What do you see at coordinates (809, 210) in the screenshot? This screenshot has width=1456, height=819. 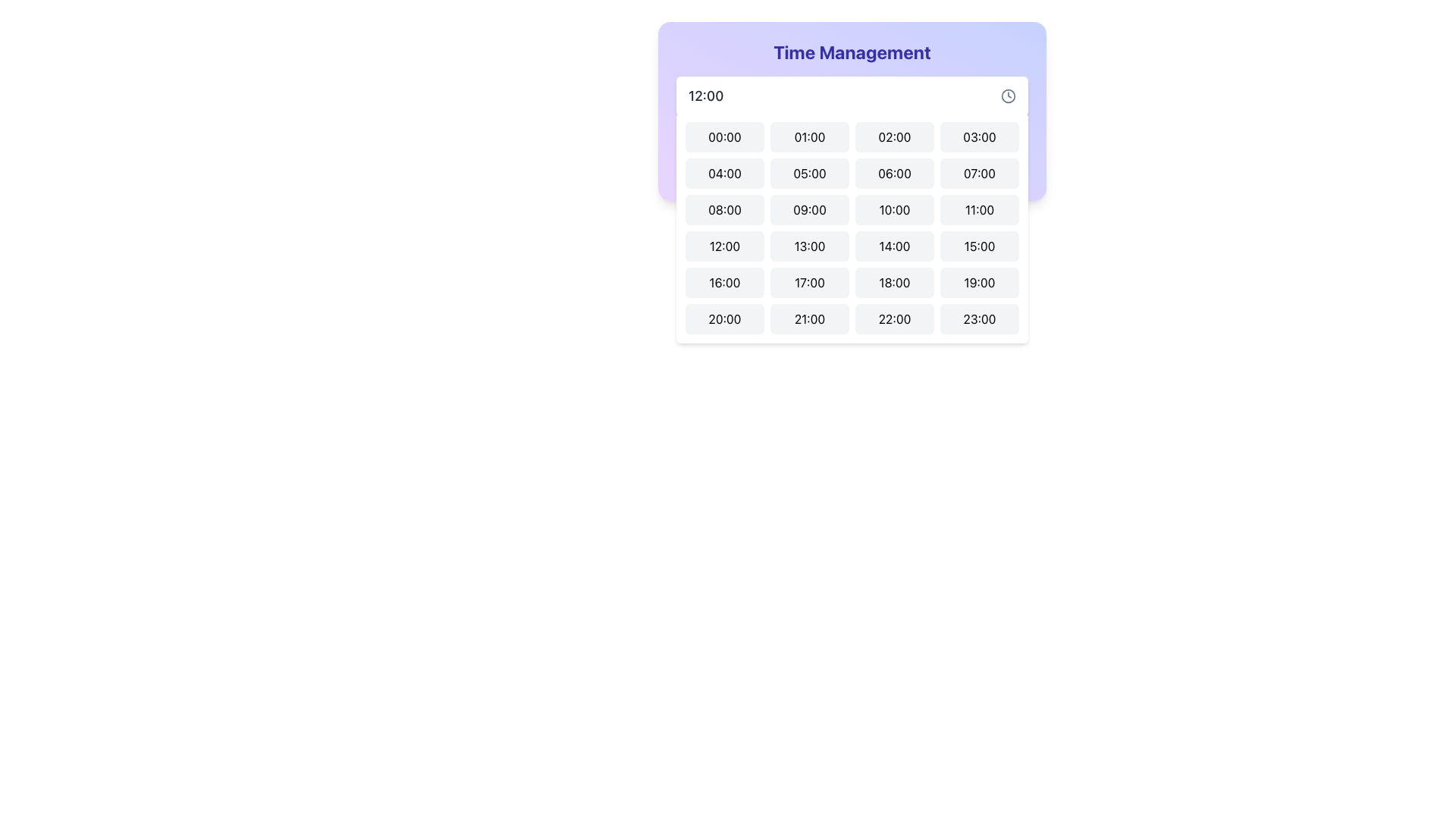 I see `the selectable time slot button located in the third row and second column of the 'Time Management' grid` at bounding box center [809, 210].